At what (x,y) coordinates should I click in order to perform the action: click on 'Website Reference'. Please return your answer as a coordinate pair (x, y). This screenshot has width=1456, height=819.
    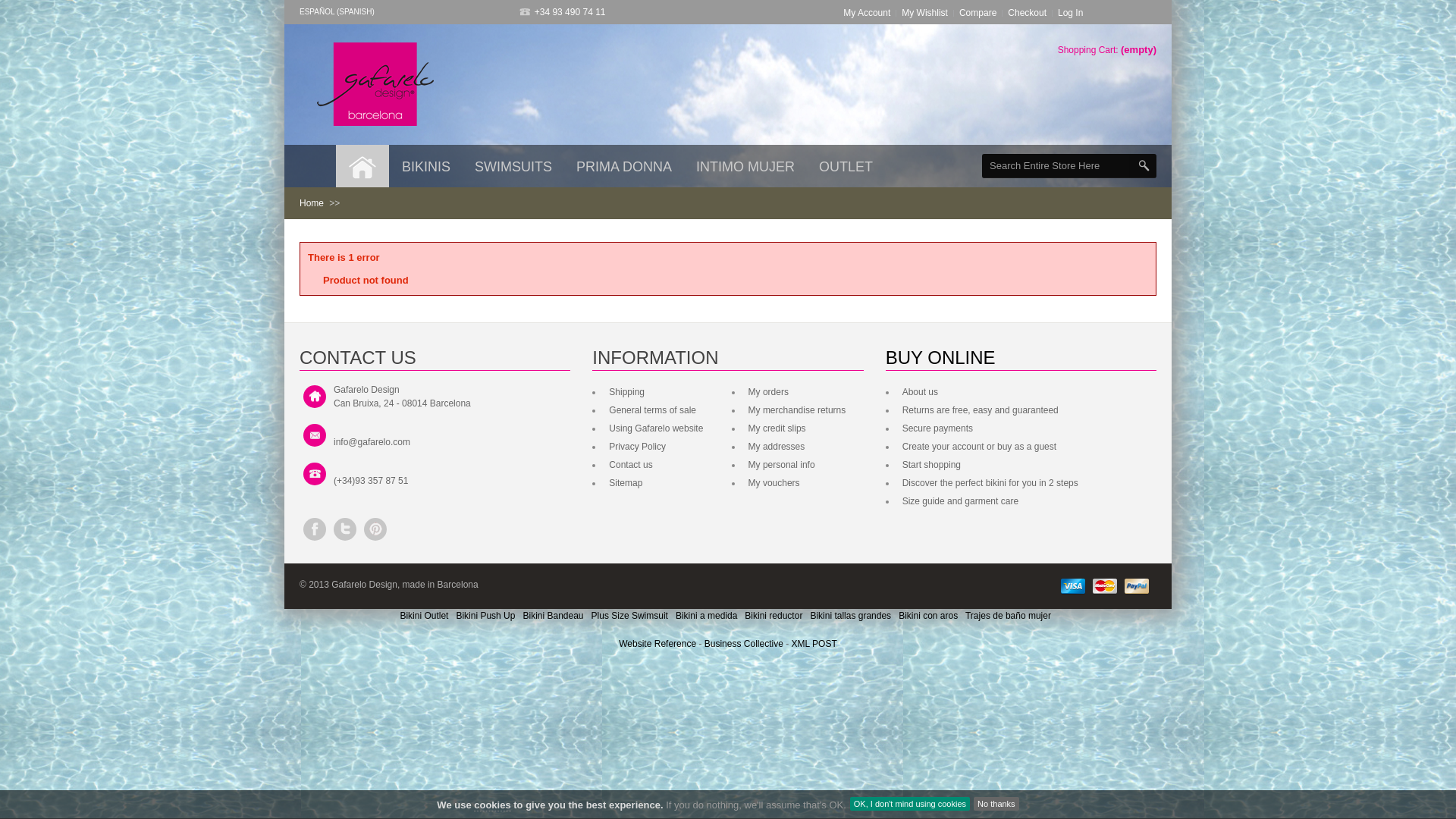
    Looking at the image, I should click on (658, 643).